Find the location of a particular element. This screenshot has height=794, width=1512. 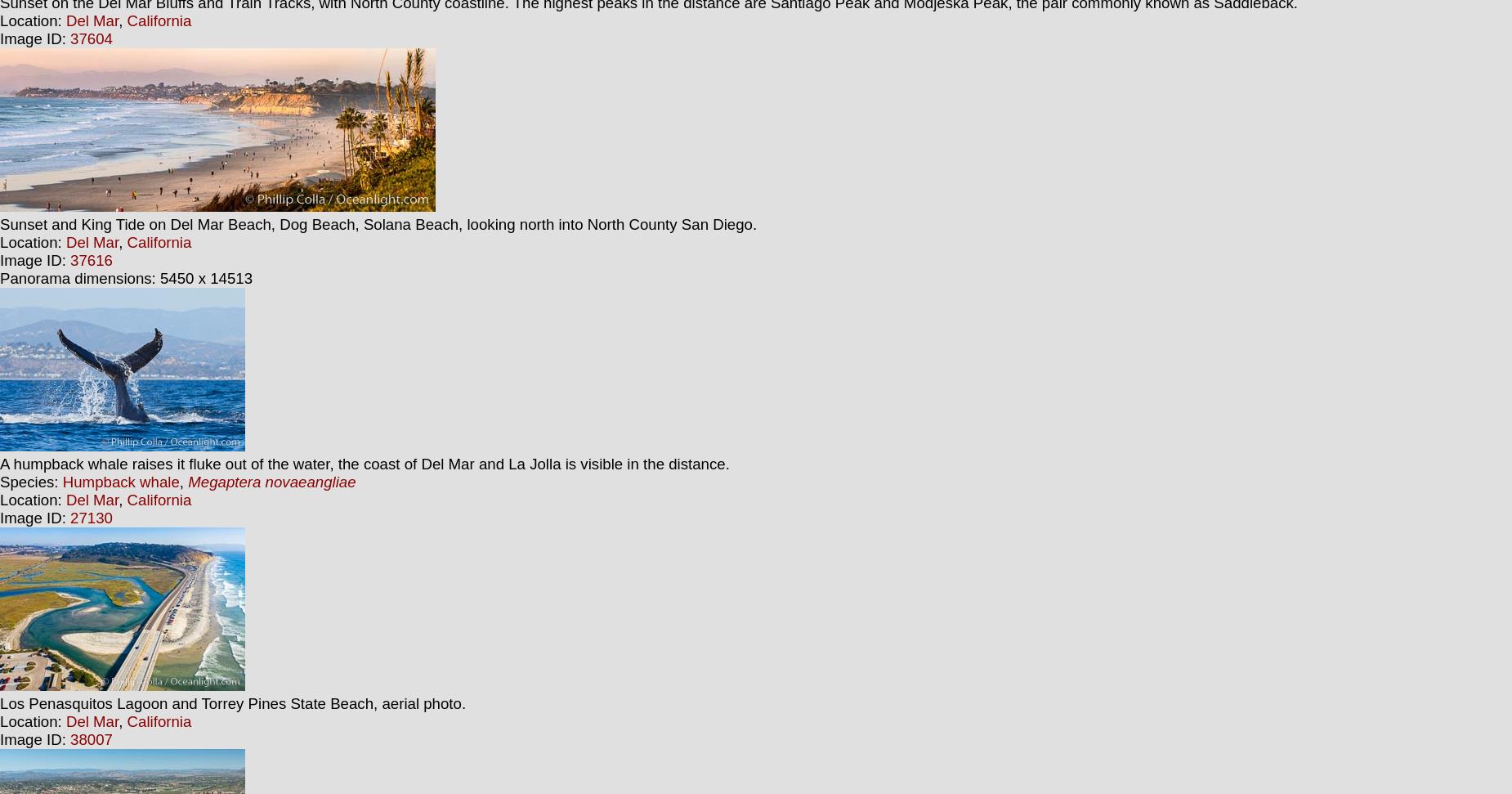

'Species:' is located at coordinates (29, 482).